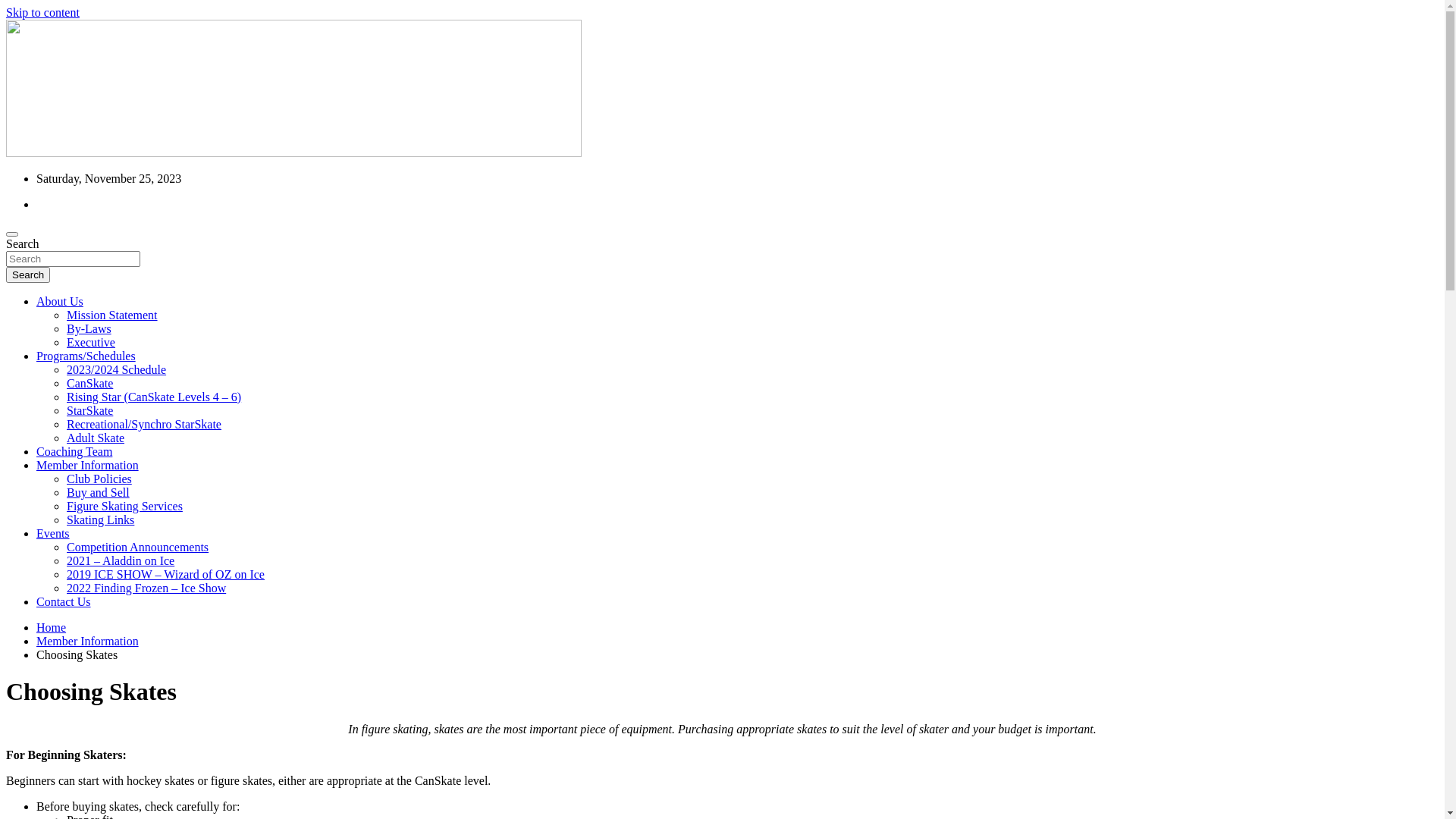 Image resolution: width=1456 pixels, height=819 pixels. What do you see at coordinates (59, 301) in the screenshot?
I see `'About Us'` at bounding box center [59, 301].